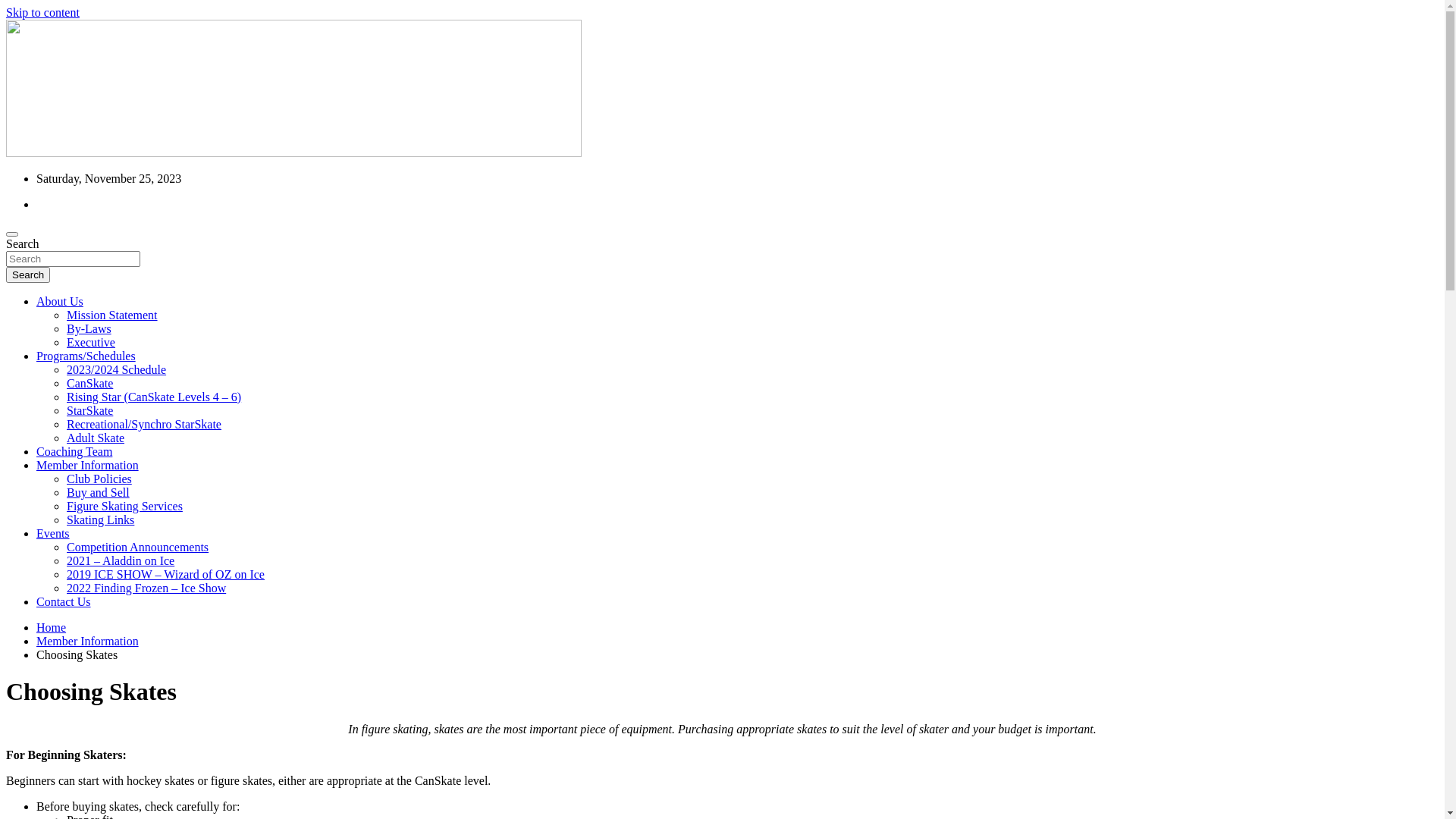 Image resolution: width=1456 pixels, height=819 pixels. What do you see at coordinates (59, 301) in the screenshot?
I see `'About Us'` at bounding box center [59, 301].